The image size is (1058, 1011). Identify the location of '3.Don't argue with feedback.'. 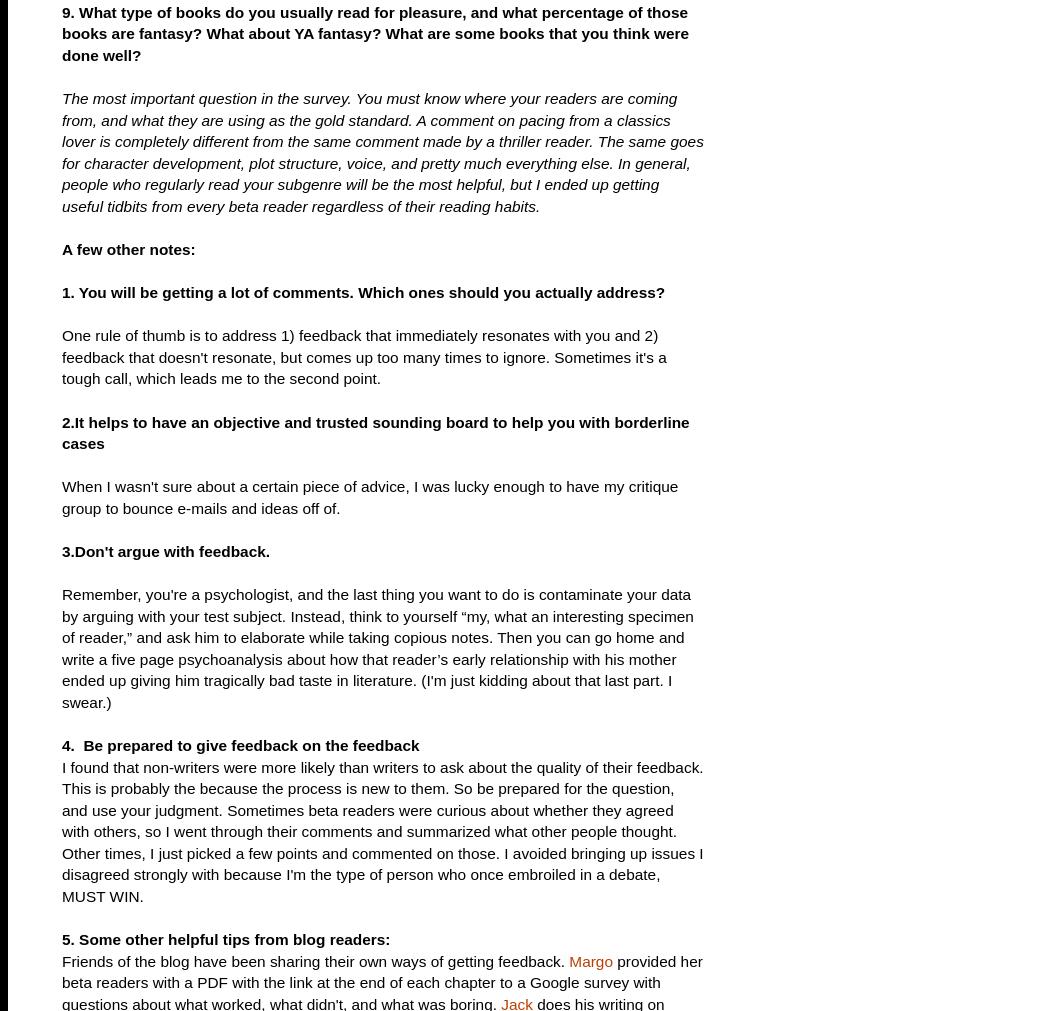
(165, 550).